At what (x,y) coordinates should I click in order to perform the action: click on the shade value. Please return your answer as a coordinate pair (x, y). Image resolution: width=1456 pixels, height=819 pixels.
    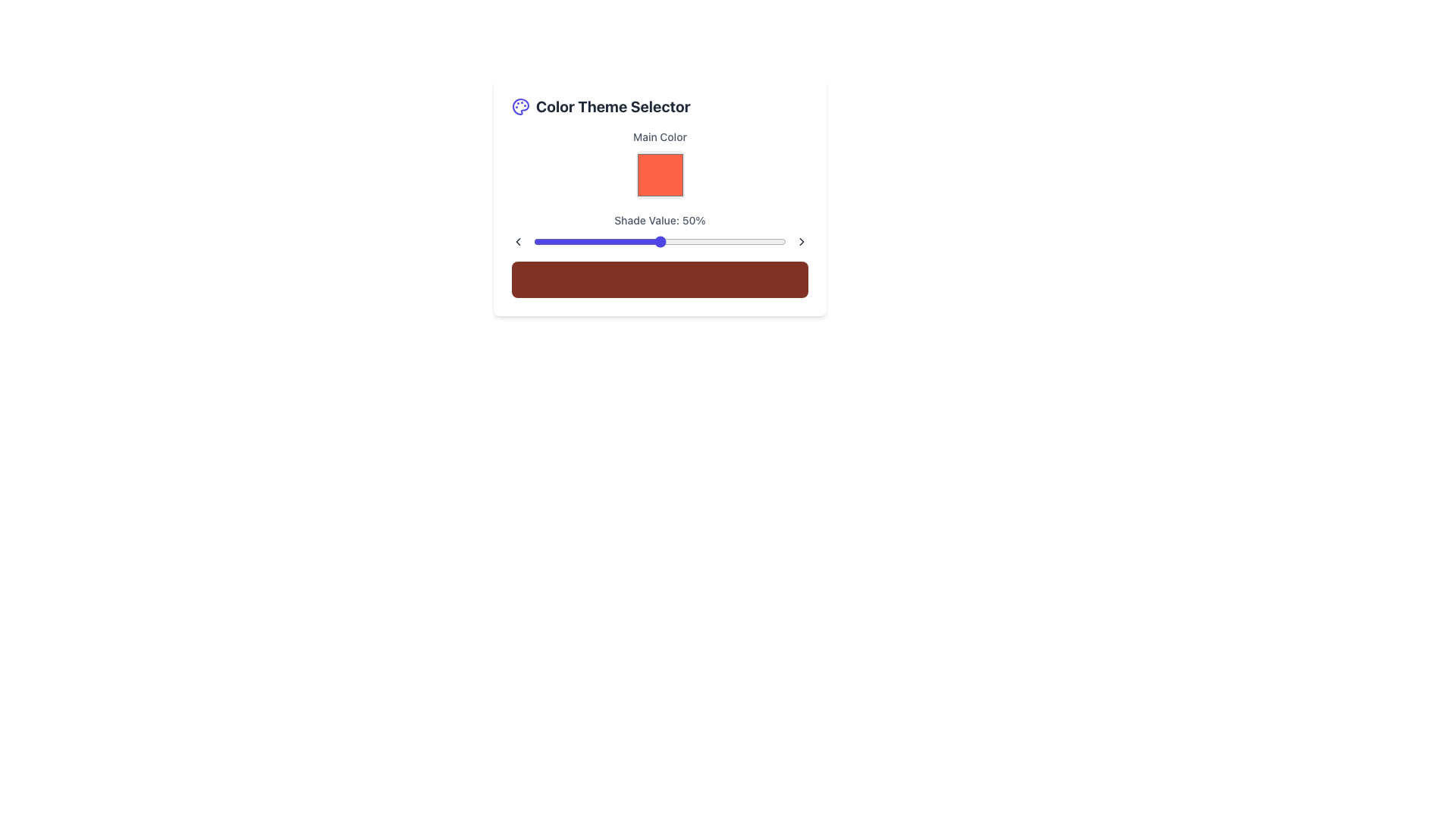
    Looking at the image, I should click on (771, 241).